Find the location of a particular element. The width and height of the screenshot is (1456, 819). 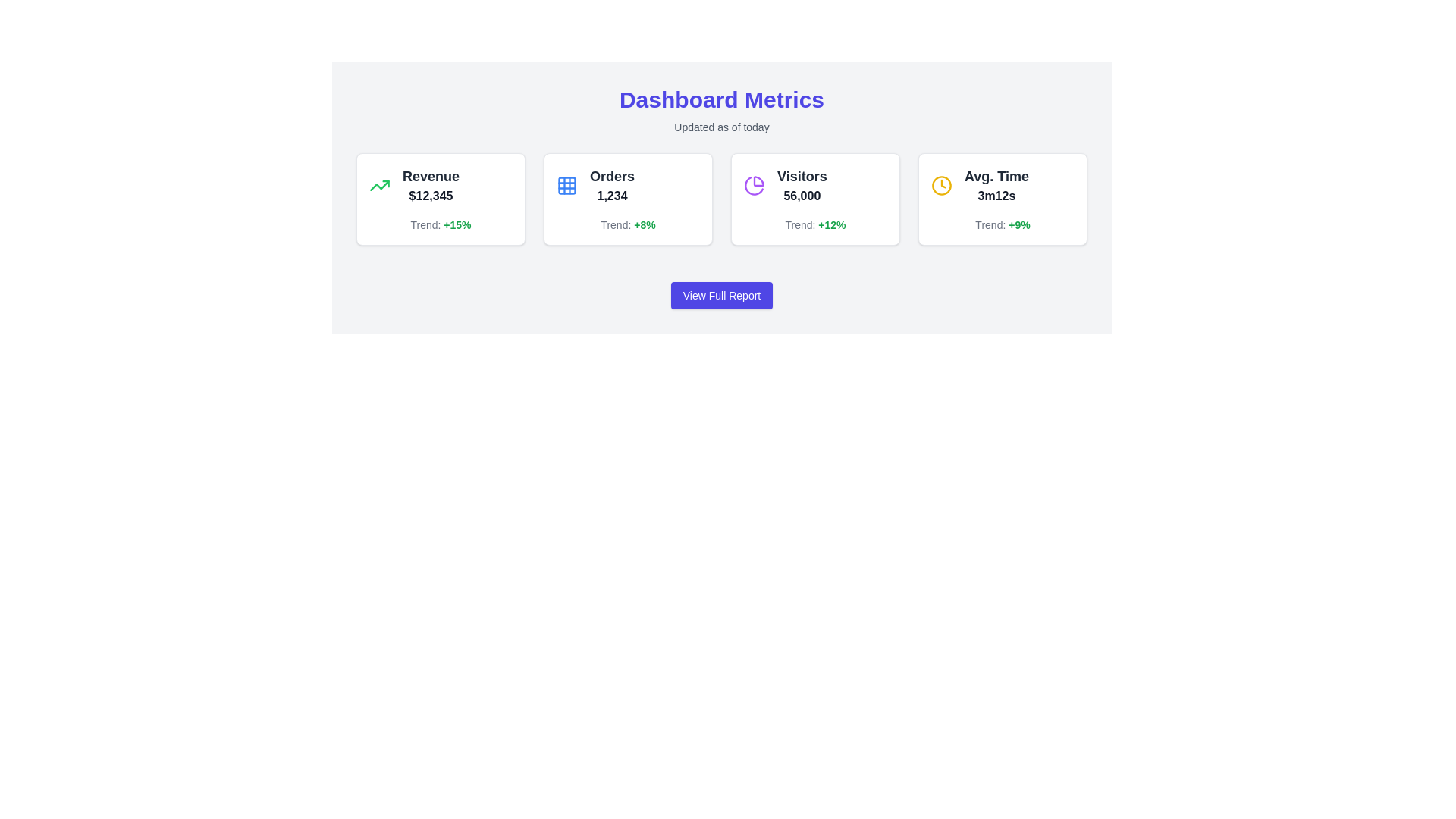

the blue square-shaped icon displaying a stylized 3x3 grid pattern, which is positioned beside the 'Orders' text block is located at coordinates (566, 185).